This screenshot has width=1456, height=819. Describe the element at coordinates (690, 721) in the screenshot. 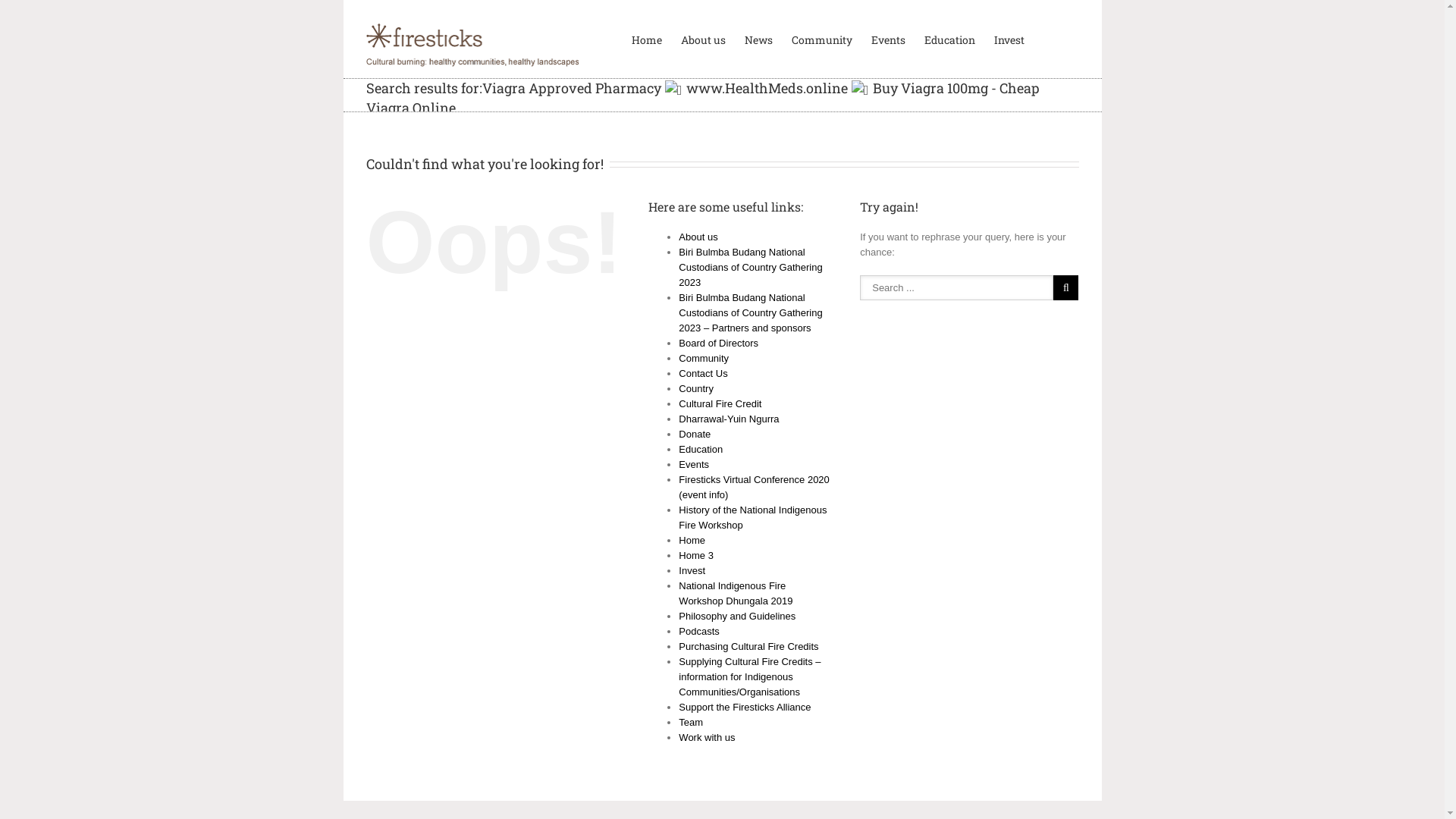

I see `'Team'` at that location.